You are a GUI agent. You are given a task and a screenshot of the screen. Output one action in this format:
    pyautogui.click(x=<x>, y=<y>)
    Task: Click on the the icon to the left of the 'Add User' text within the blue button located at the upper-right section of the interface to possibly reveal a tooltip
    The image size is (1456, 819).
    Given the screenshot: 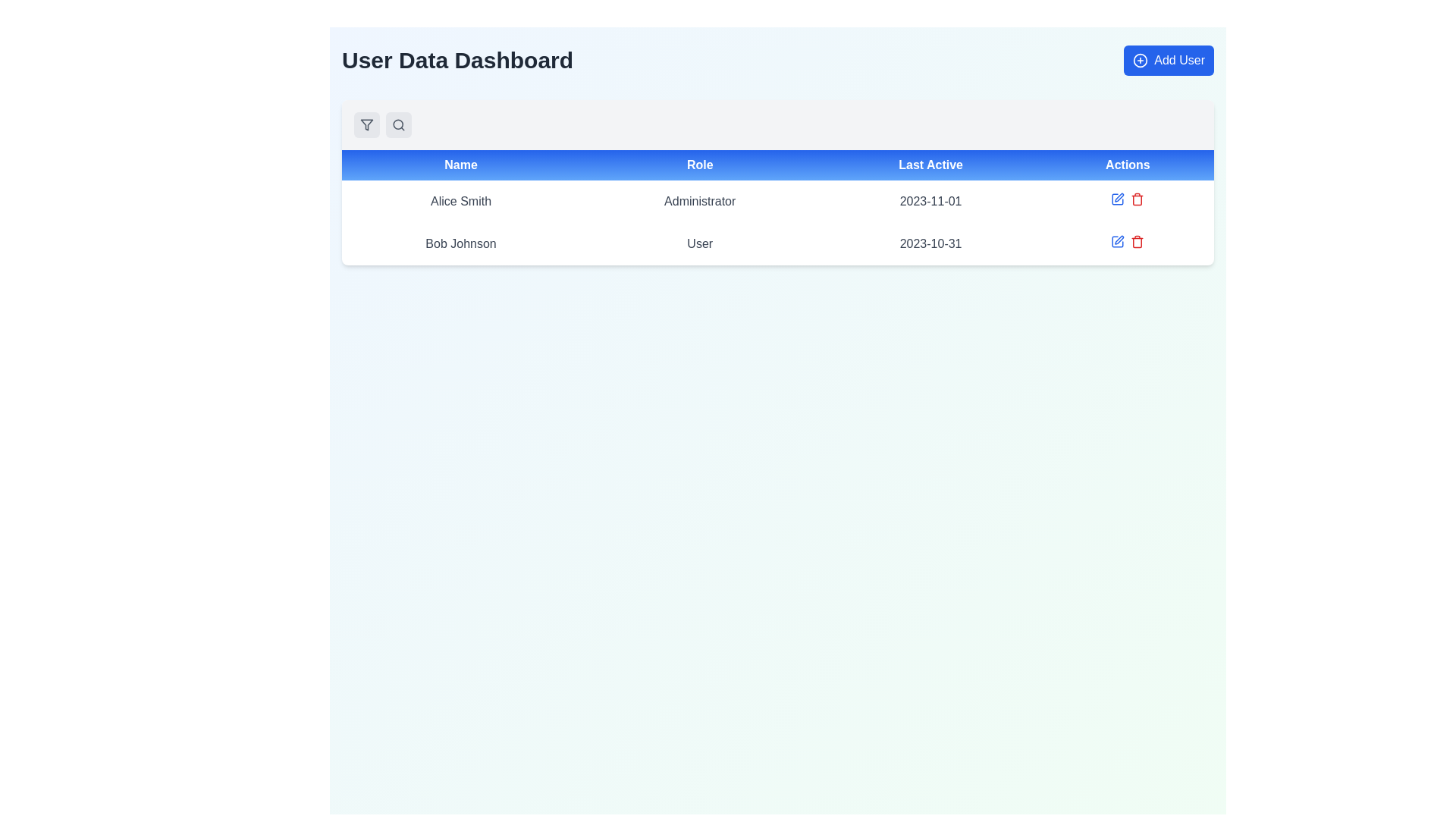 What is the action you would take?
    pyautogui.click(x=1141, y=60)
    